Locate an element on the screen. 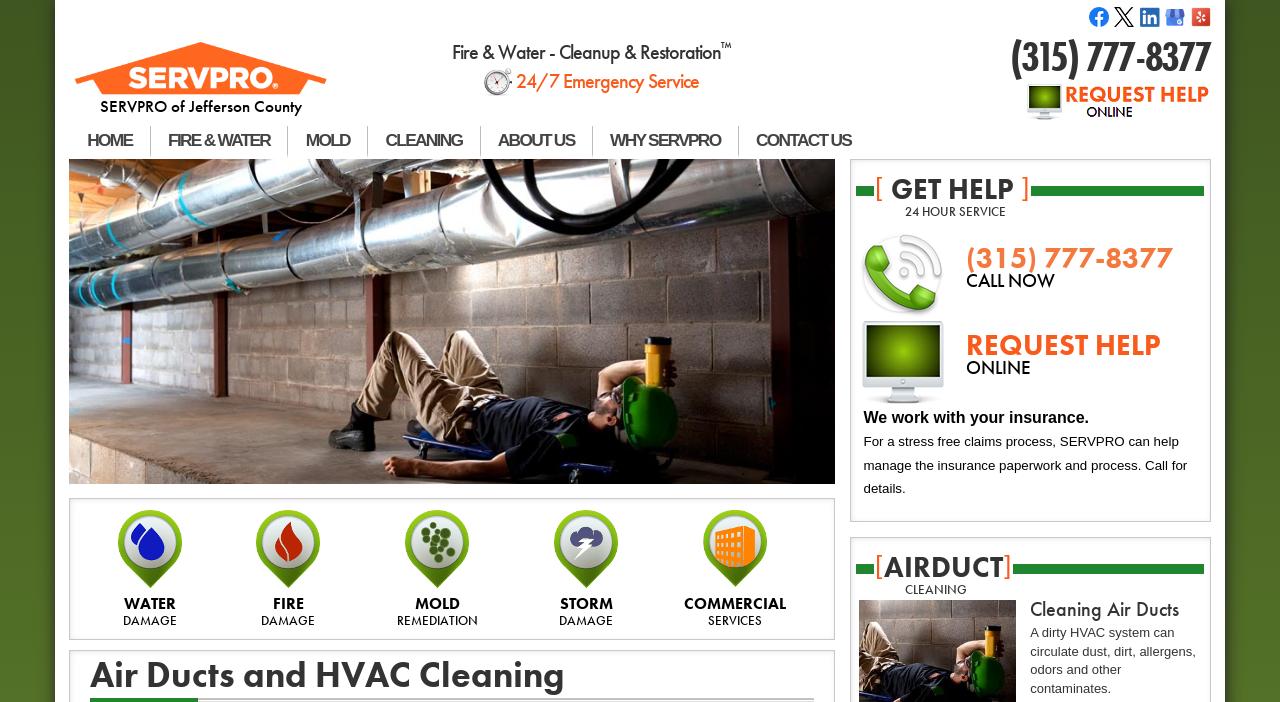 The width and height of the screenshot is (1280, 702). 'get help' is located at coordinates (881, 188).